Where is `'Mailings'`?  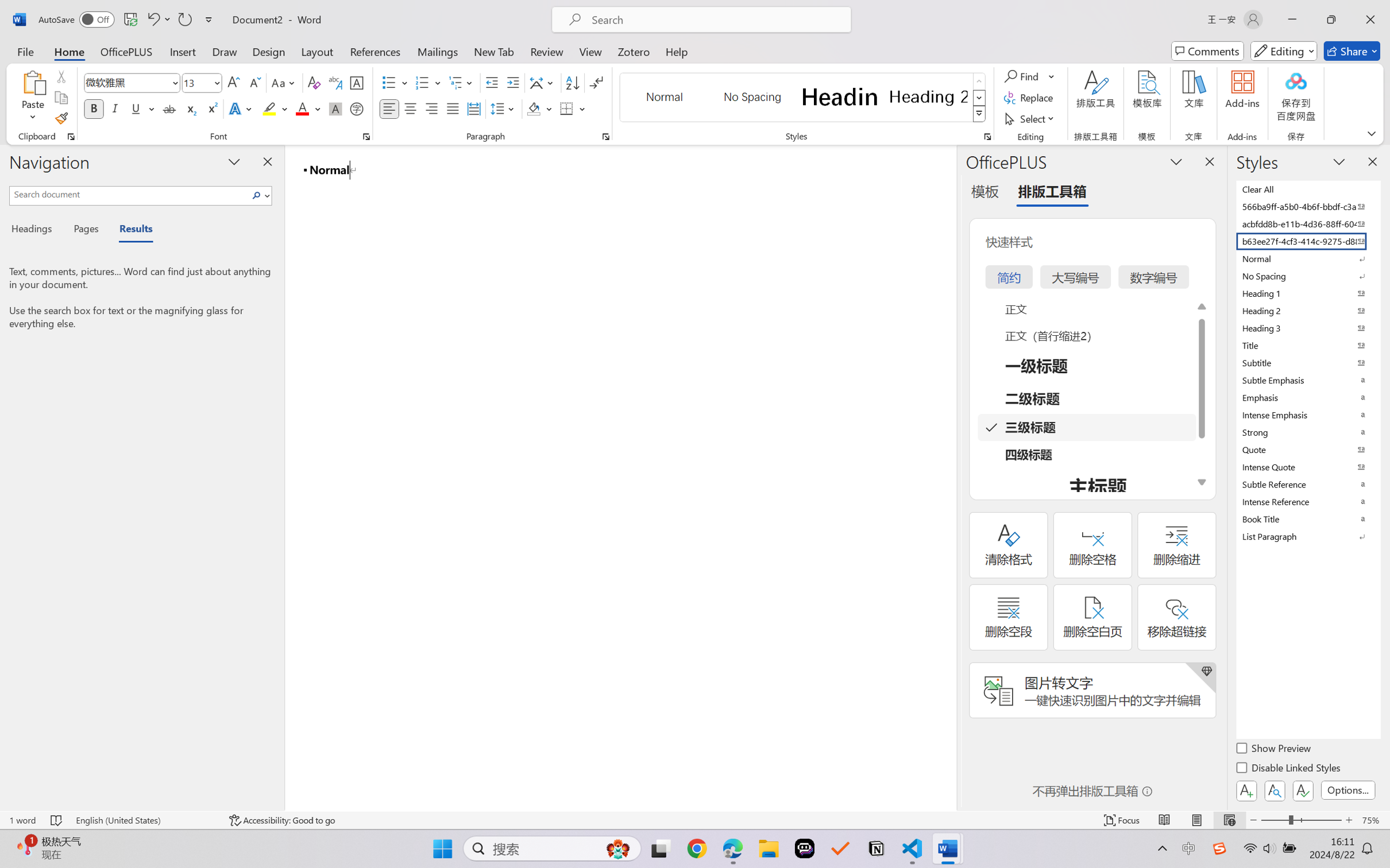 'Mailings' is located at coordinates (438, 51).